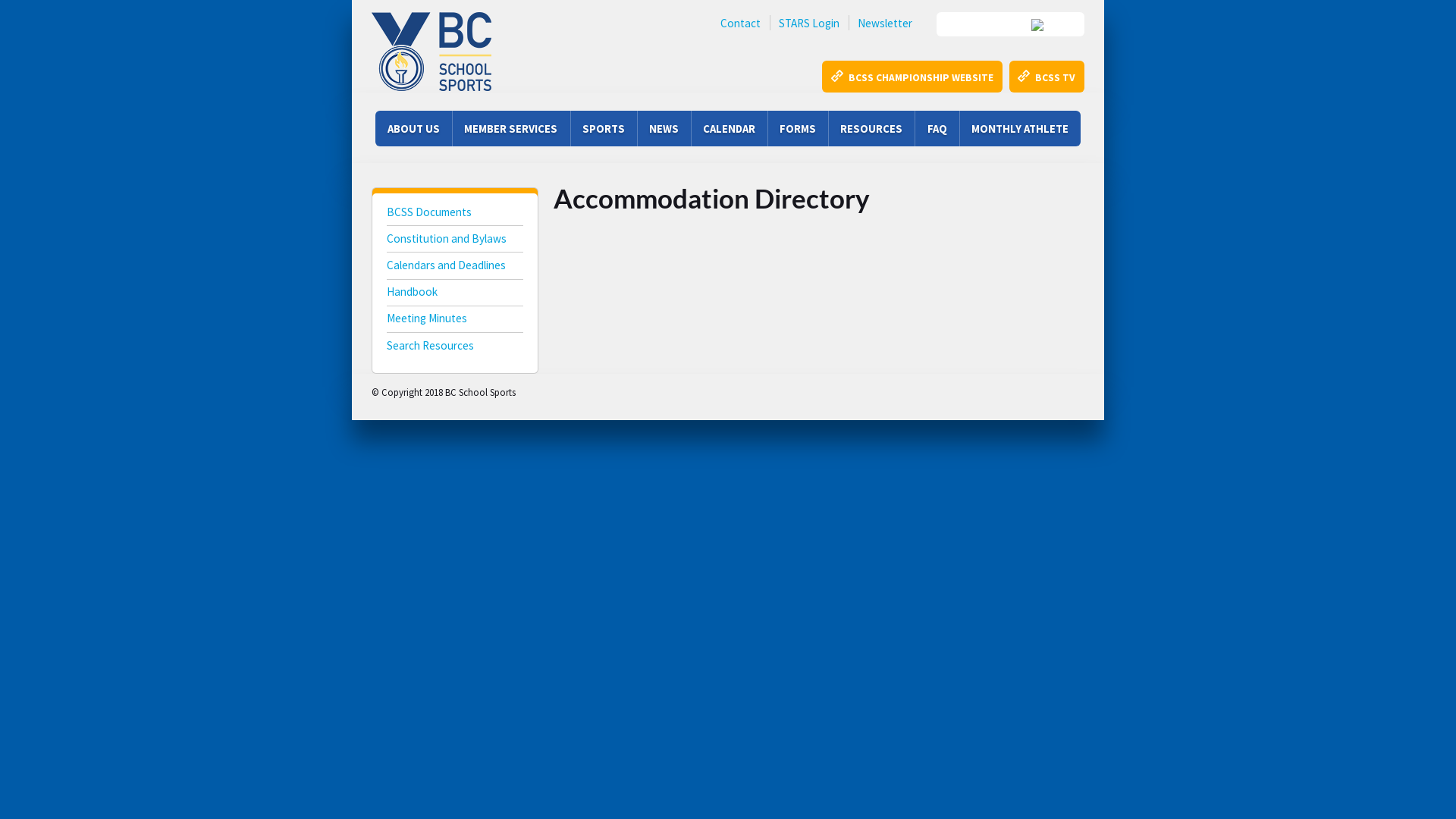  Describe the element at coordinates (1010, 24) in the screenshot. I see `'Enter the terms you wish to search for.'` at that location.